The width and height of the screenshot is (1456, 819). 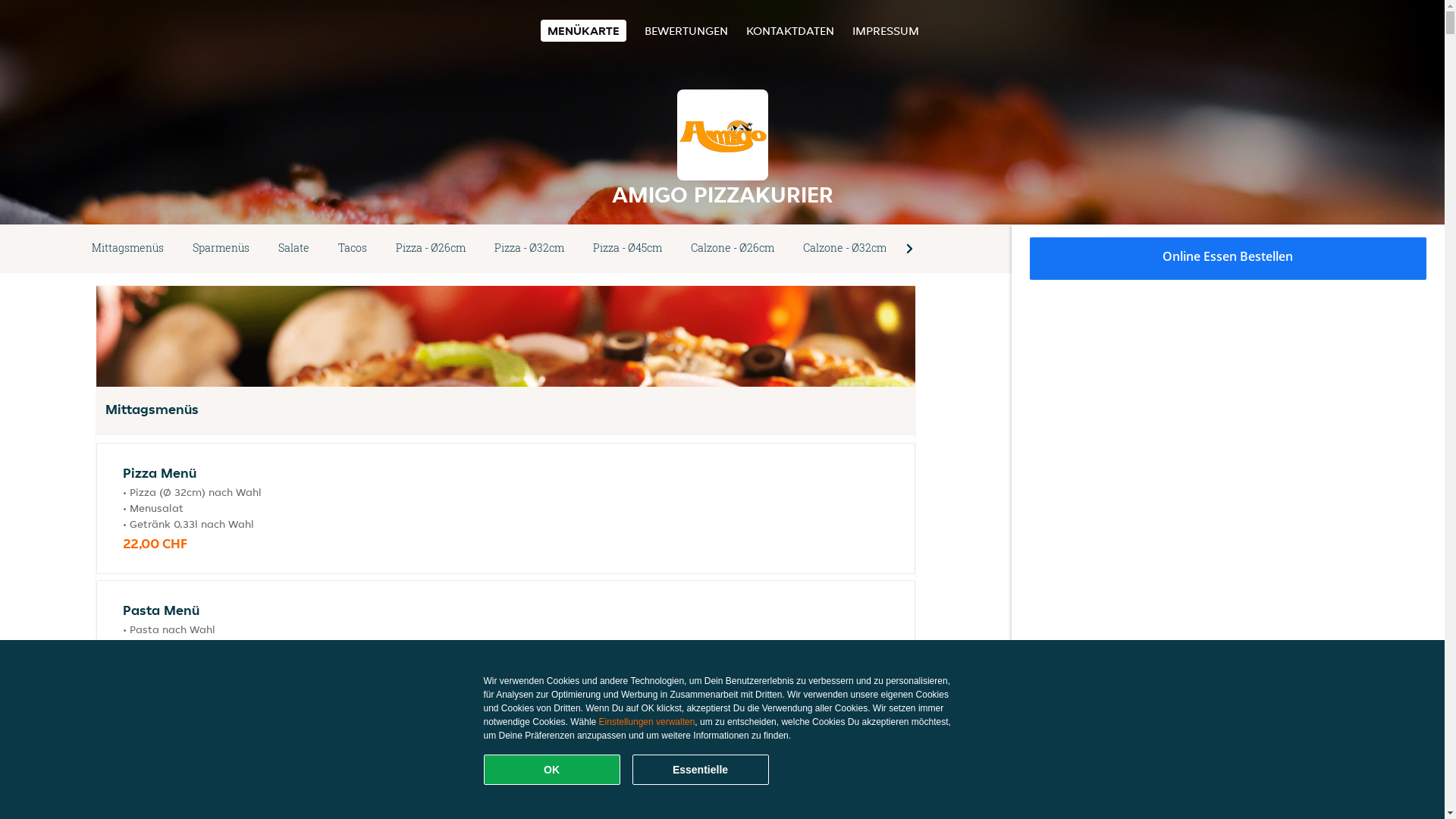 What do you see at coordinates (789, 30) in the screenshot?
I see `'KONTAKTDATEN'` at bounding box center [789, 30].